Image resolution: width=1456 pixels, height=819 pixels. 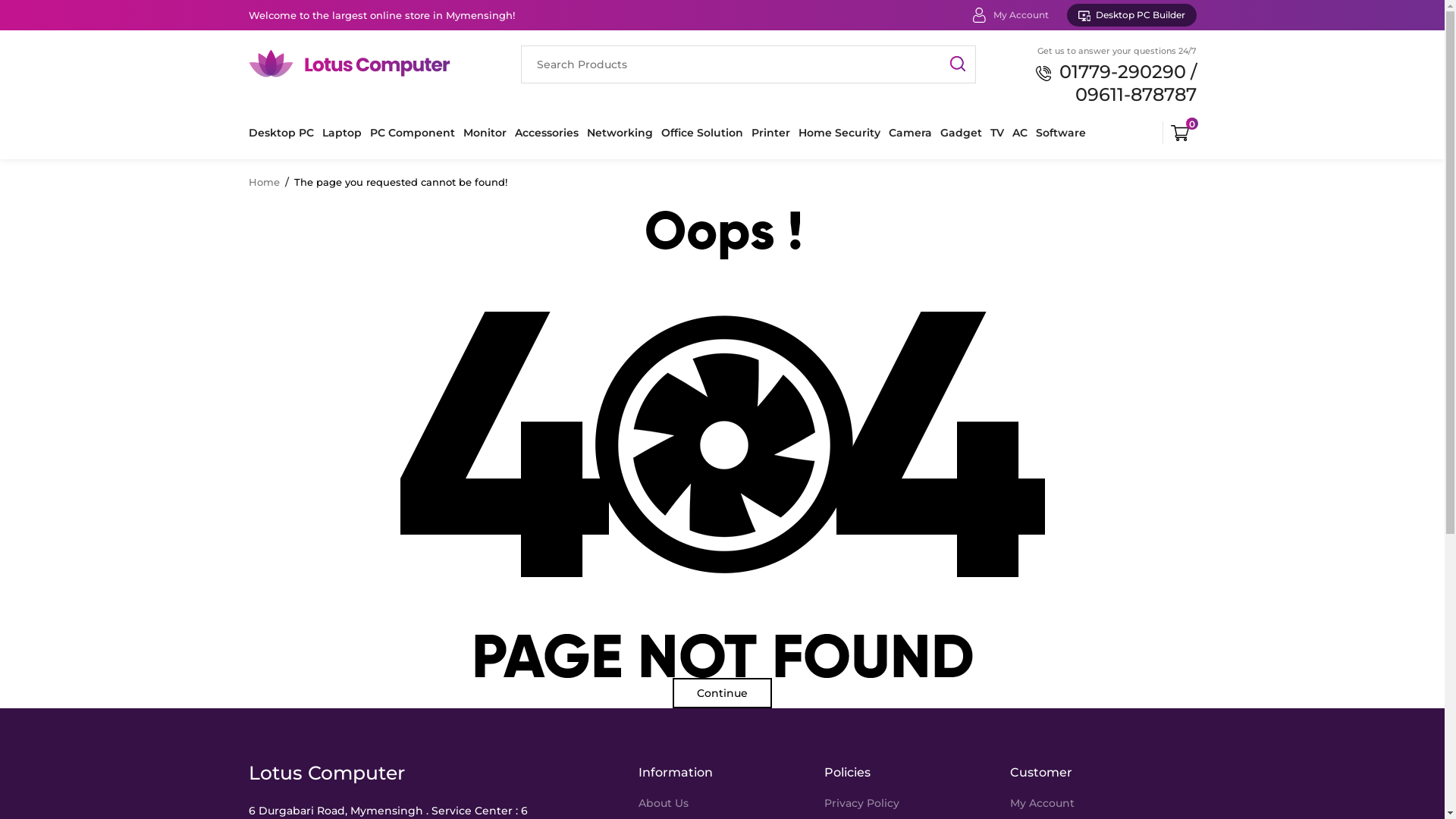 What do you see at coordinates (910, 131) in the screenshot?
I see `'Camera'` at bounding box center [910, 131].